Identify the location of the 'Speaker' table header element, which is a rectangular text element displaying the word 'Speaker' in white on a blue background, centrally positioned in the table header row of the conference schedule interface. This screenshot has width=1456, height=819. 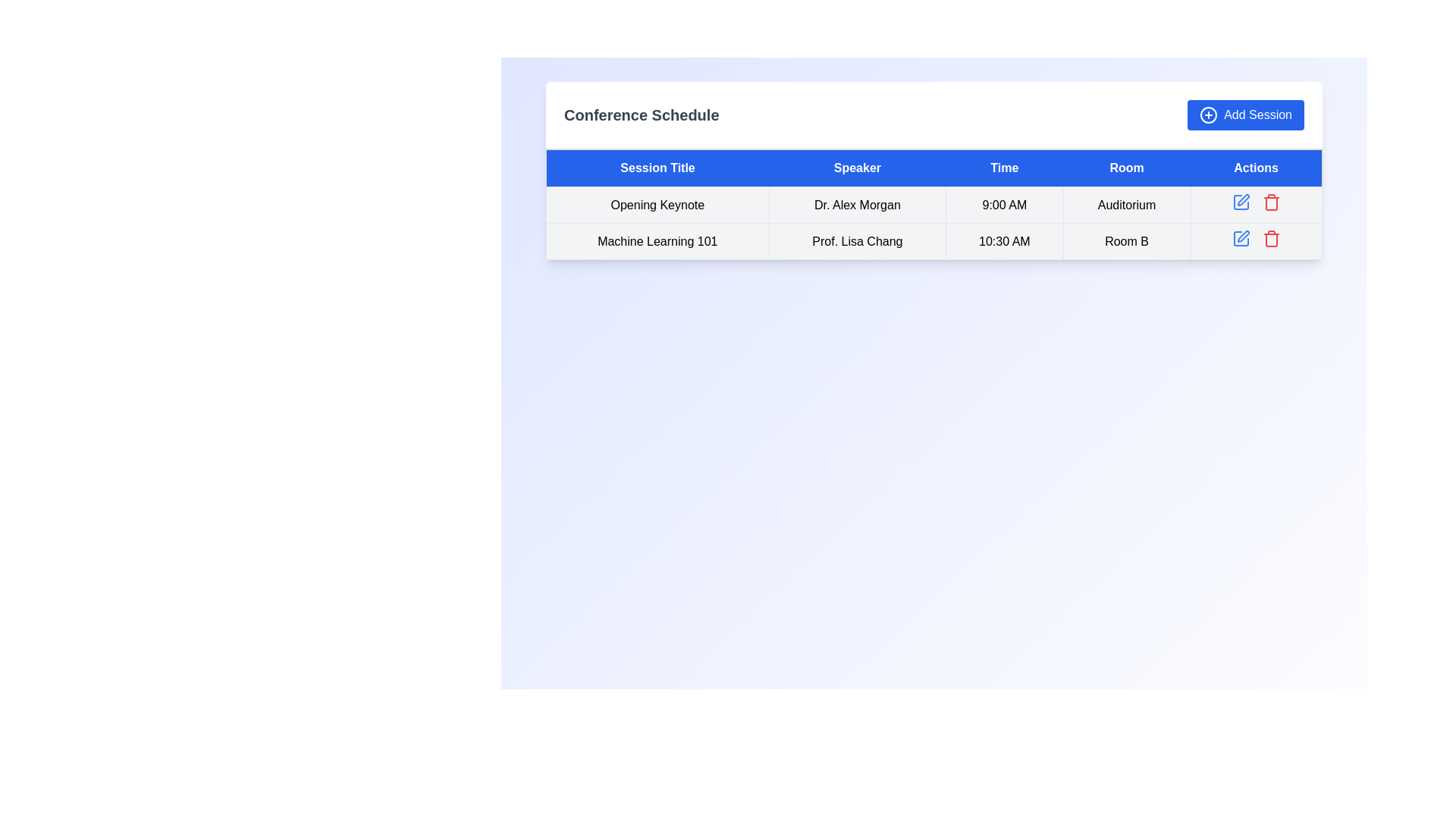
(857, 168).